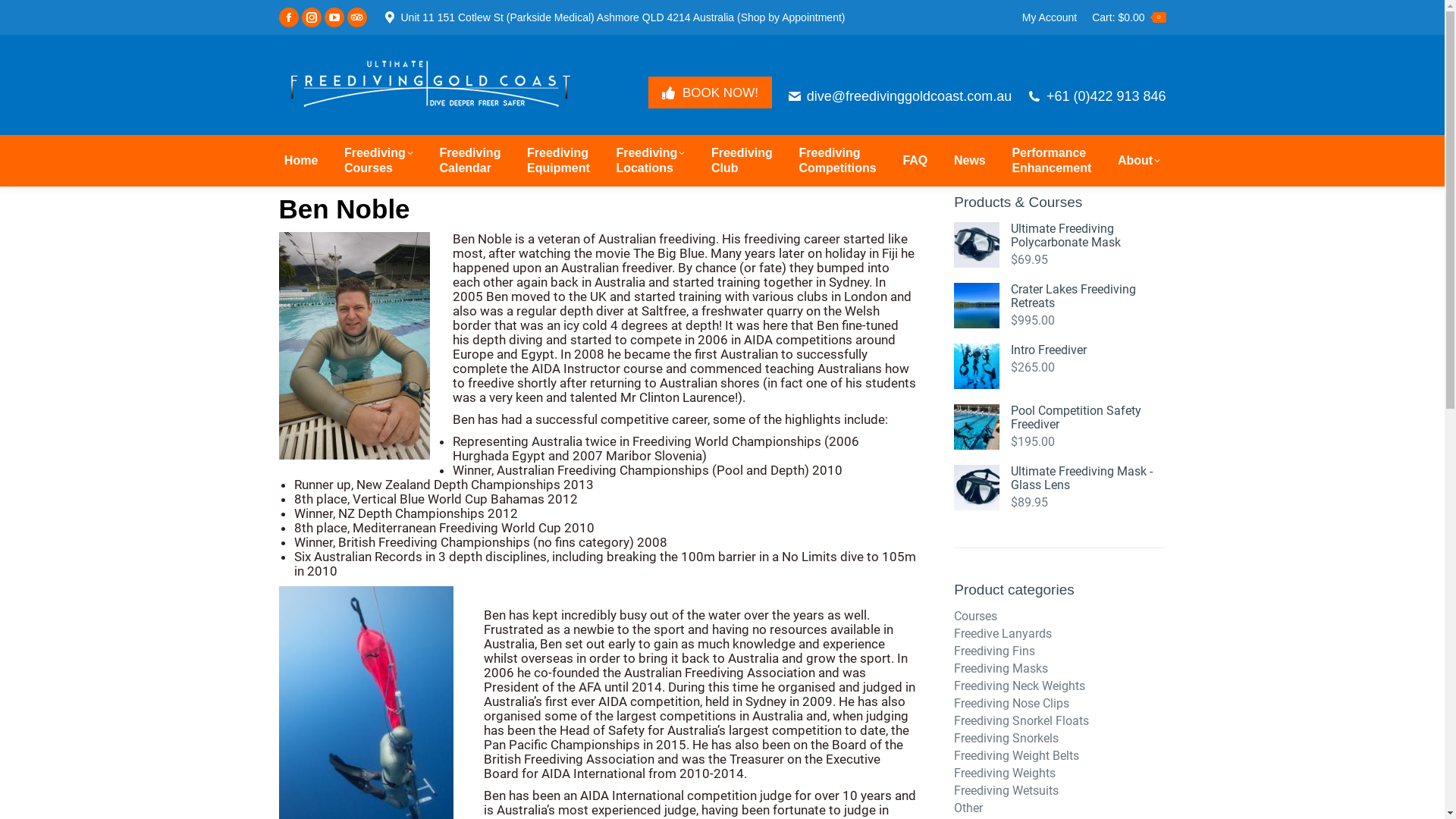 This screenshot has height=819, width=1456. I want to click on 'Freediving Masks', so click(1001, 668).